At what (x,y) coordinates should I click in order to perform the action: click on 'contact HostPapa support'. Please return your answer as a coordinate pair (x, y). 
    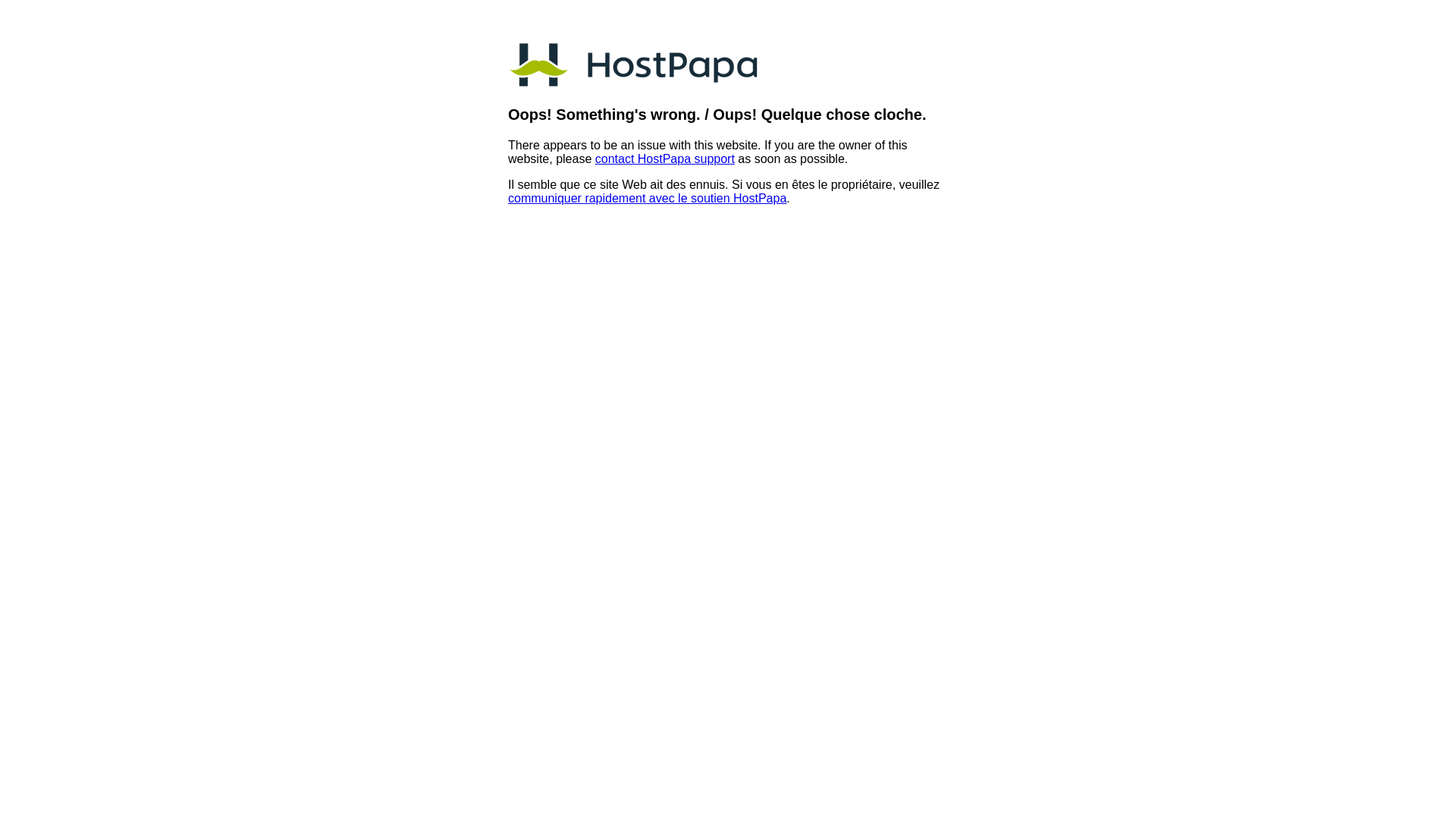
    Looking at the image, I should click on (595, 158).